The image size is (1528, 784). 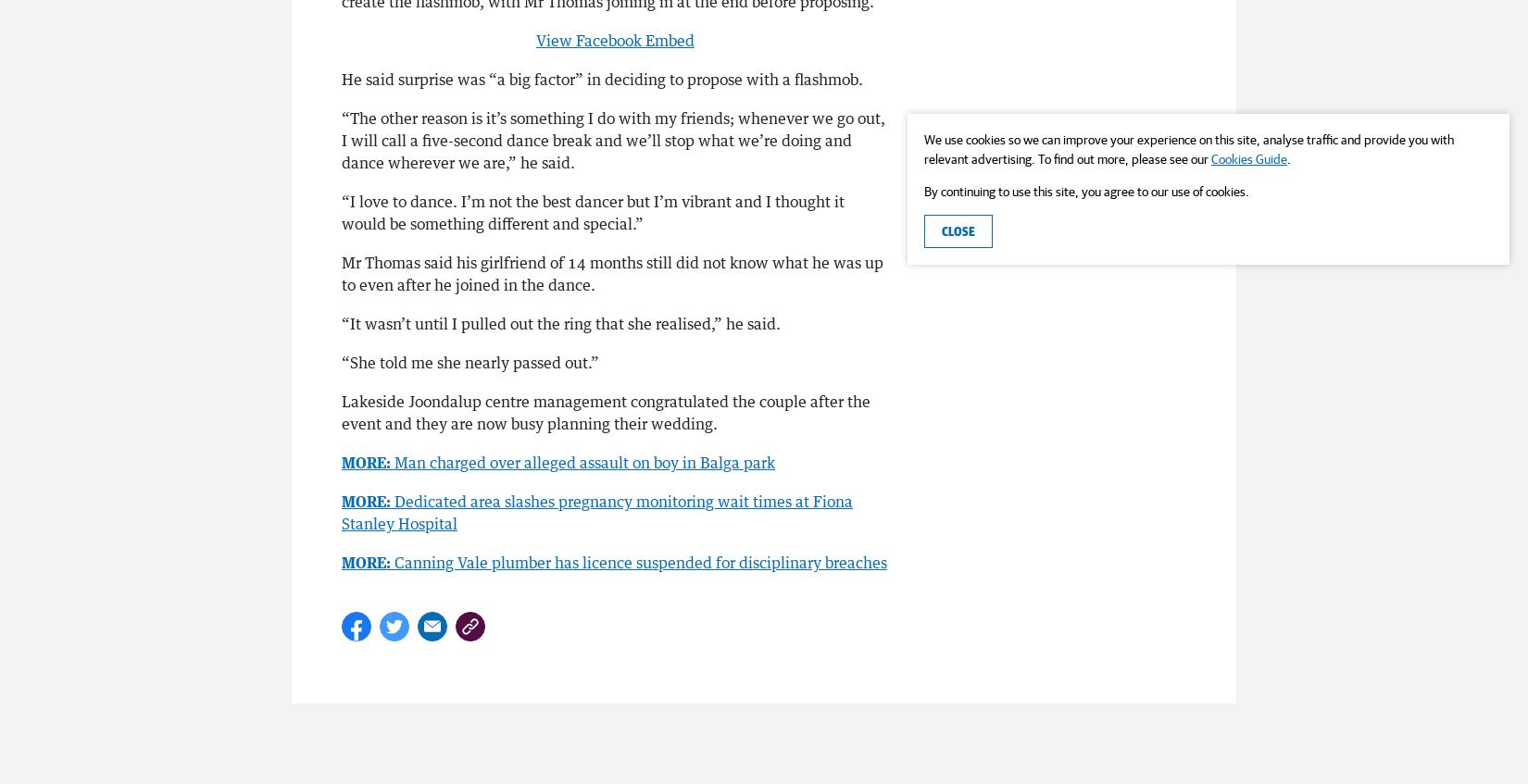 I want to click on '“The other reason is it’s something I do with my friends; whenever we go out, I will call a five-second dance break and we’ll stop what we’re doing and dance wherever we are,” he said.', so click(x=341, y=138).